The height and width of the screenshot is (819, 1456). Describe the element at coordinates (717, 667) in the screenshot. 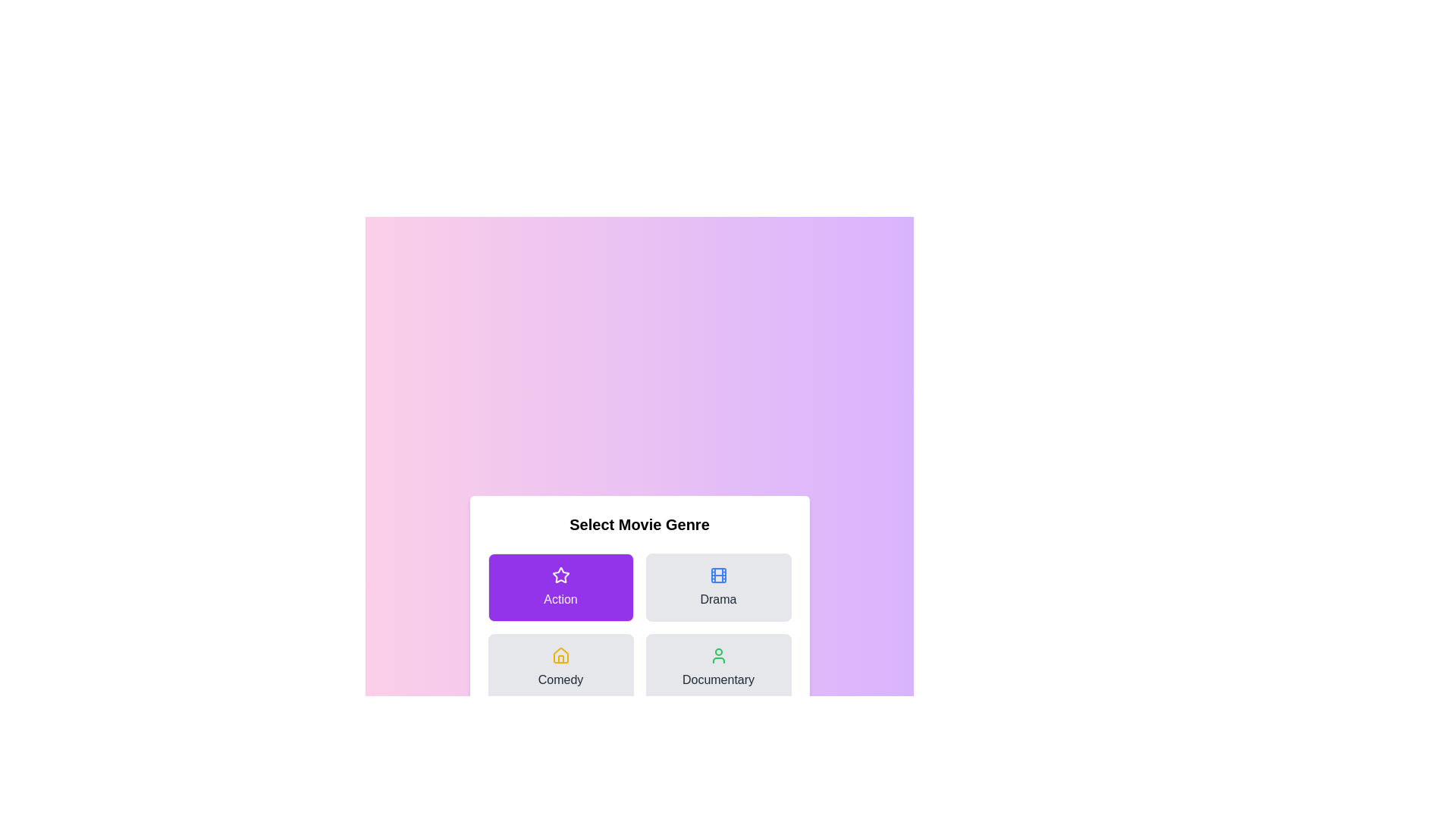

I see `the genre button for Documentary` at that location.